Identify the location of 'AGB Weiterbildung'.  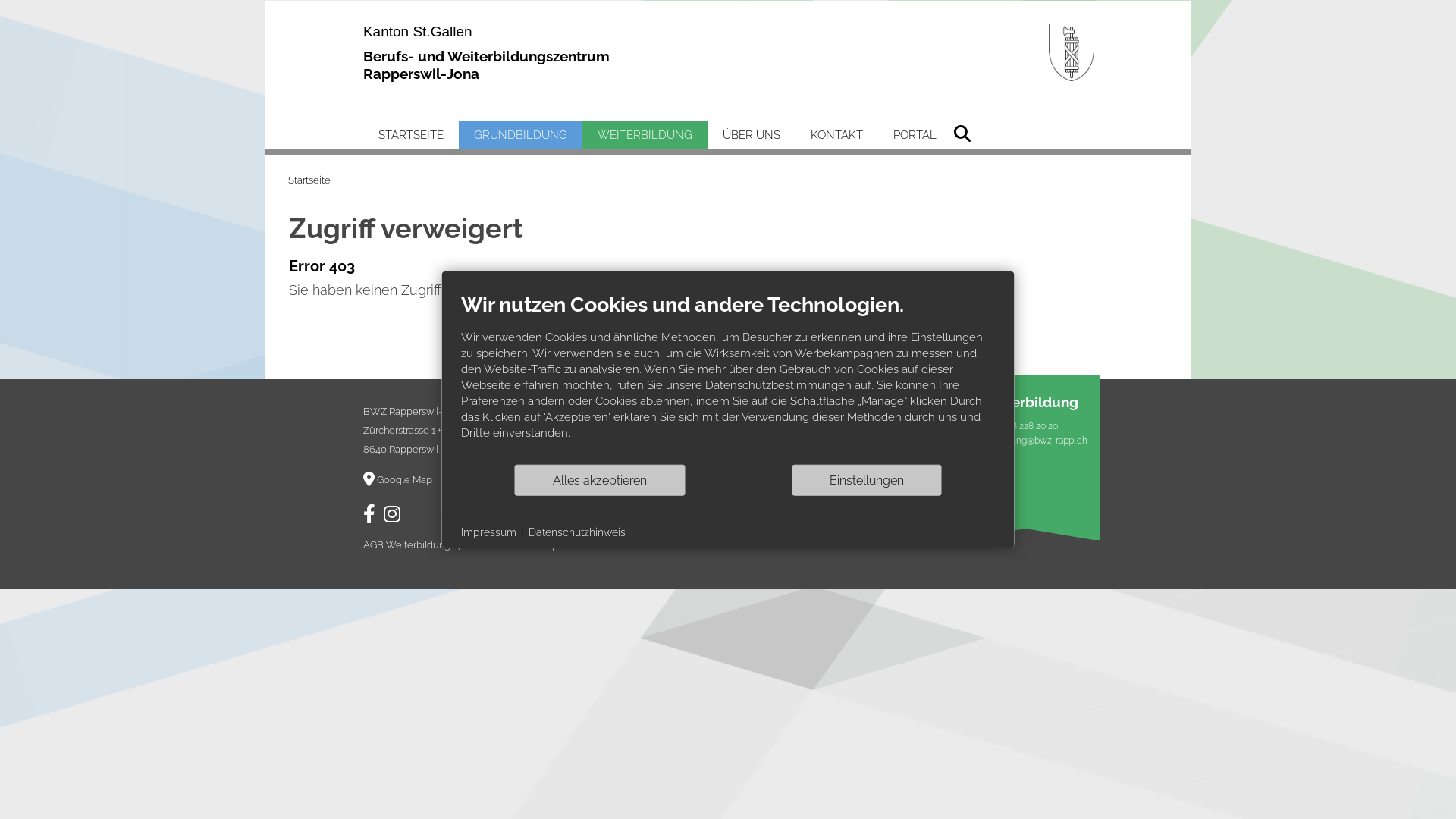
(406, 544).